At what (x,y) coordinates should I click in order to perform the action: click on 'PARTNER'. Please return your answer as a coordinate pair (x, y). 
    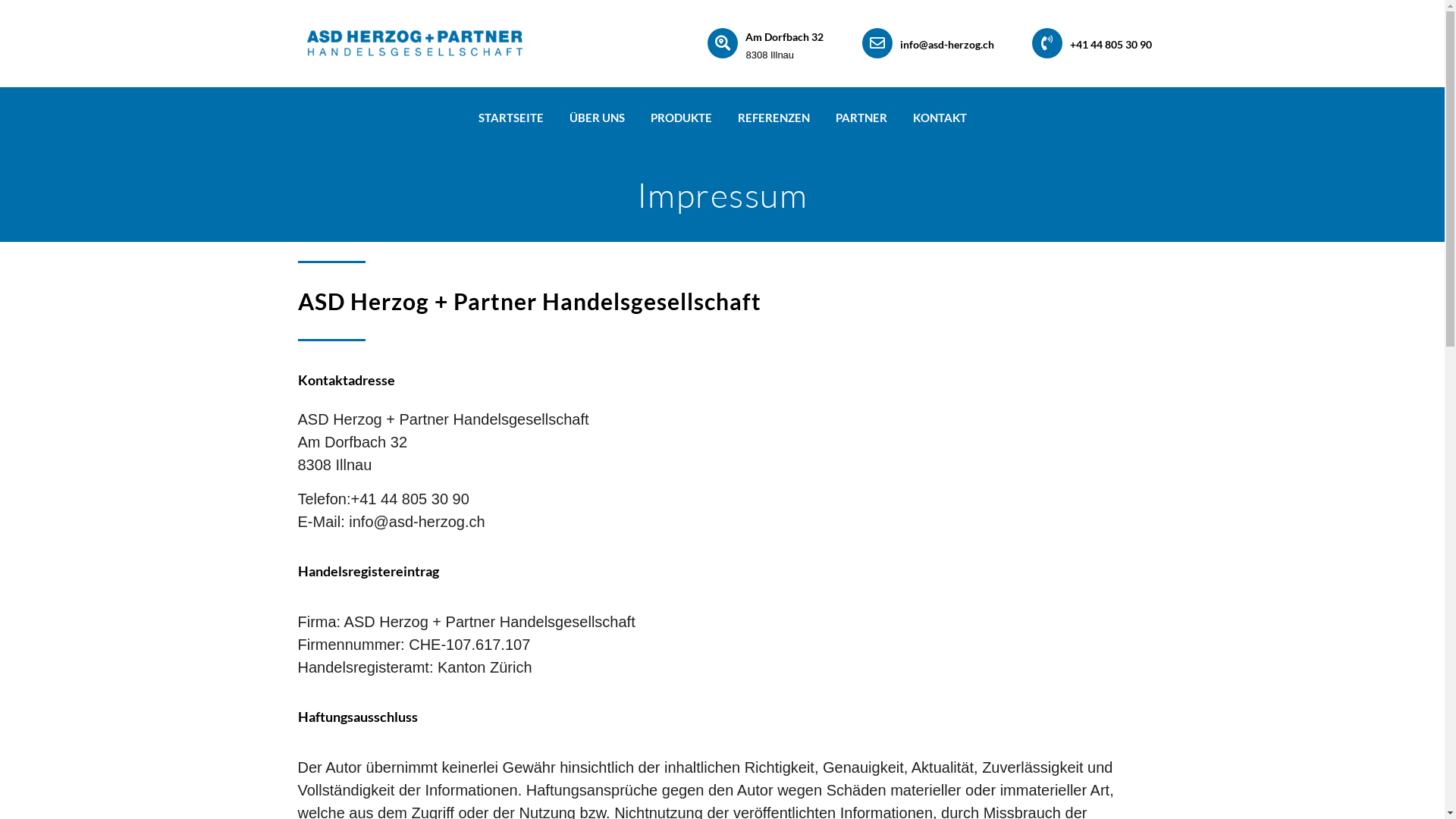
    Looking at the image, I should click on (821, 116).